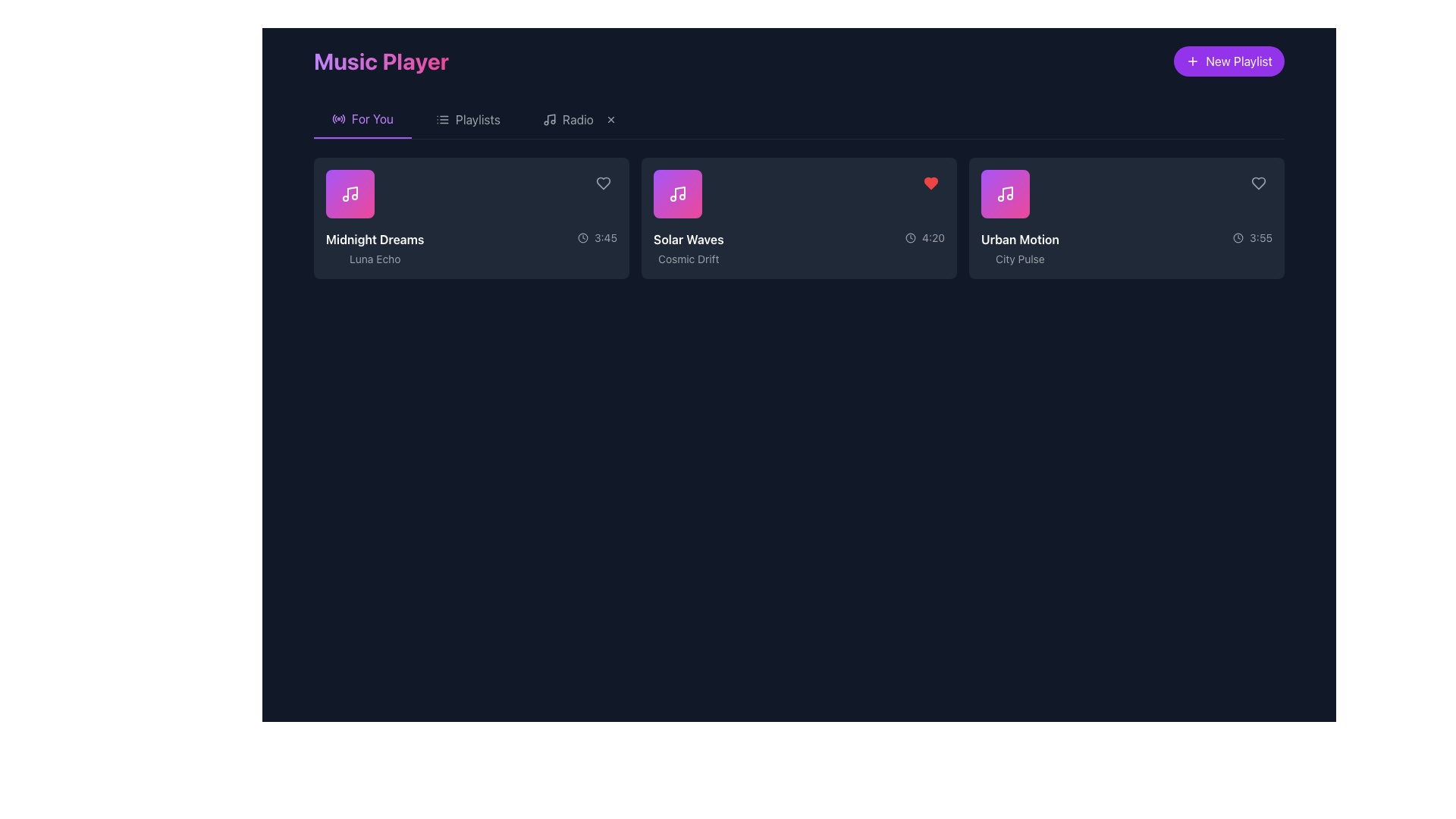 Image resolution: width=1456 pixels, height=819 pixels. What do you see at coordinates (676, 193) in the screenshot?
I see `the music note icon located centrally within the second card labeled 'Solar Waves' in the music player interface` at bounding box center [676, 193].